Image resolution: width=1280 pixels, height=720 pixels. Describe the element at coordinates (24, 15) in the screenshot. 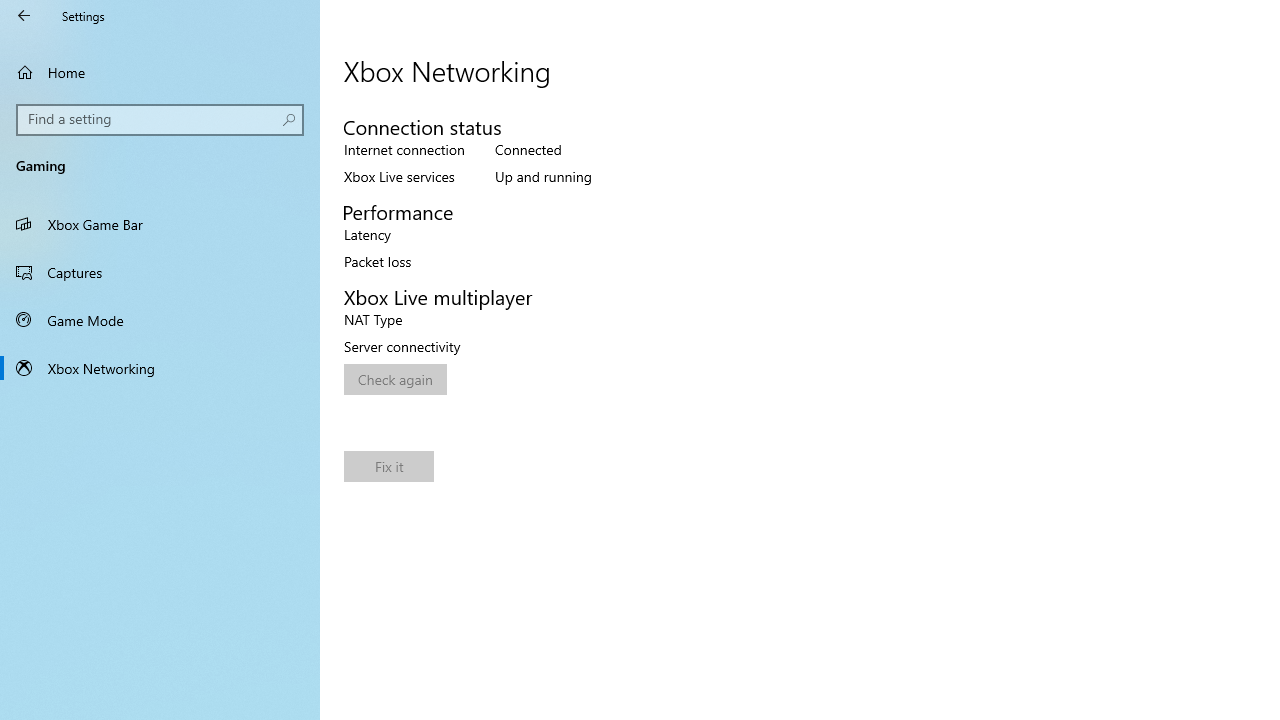

I see `'Back'` at that location.